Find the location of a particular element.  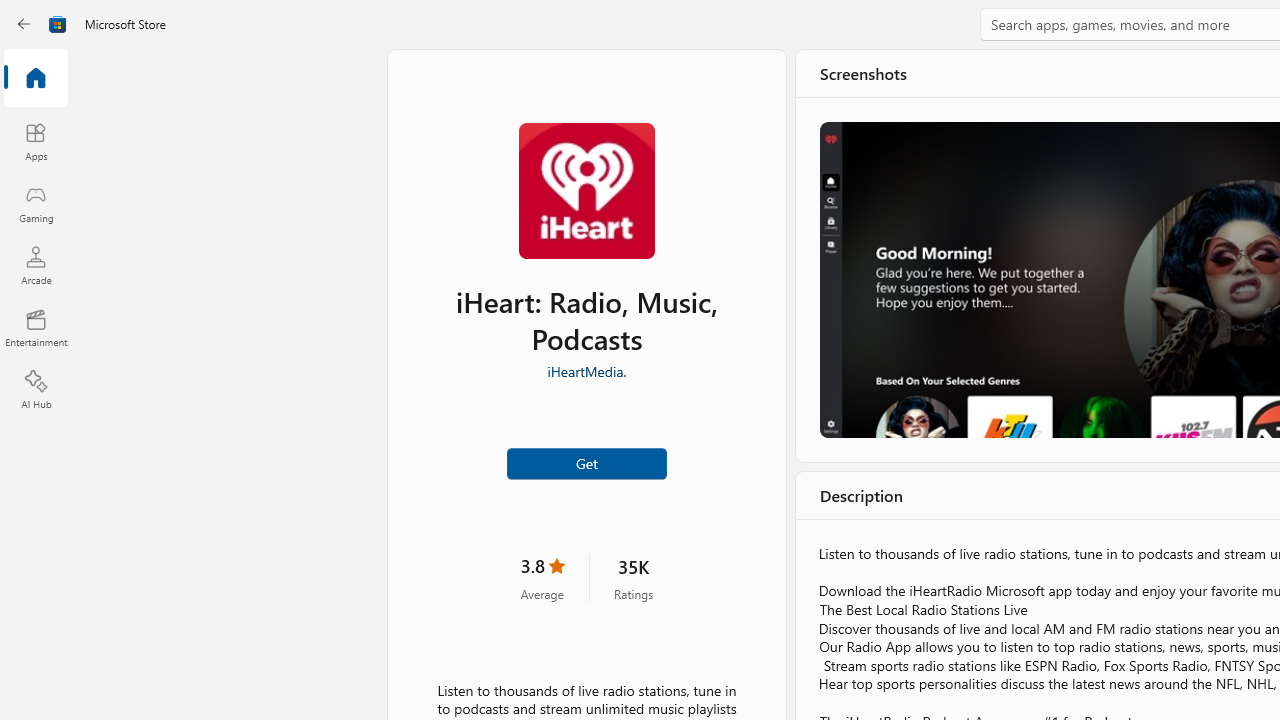

'3.8 stars. Click to skip to ratings and reviews' is located at coordinates (542, 577).